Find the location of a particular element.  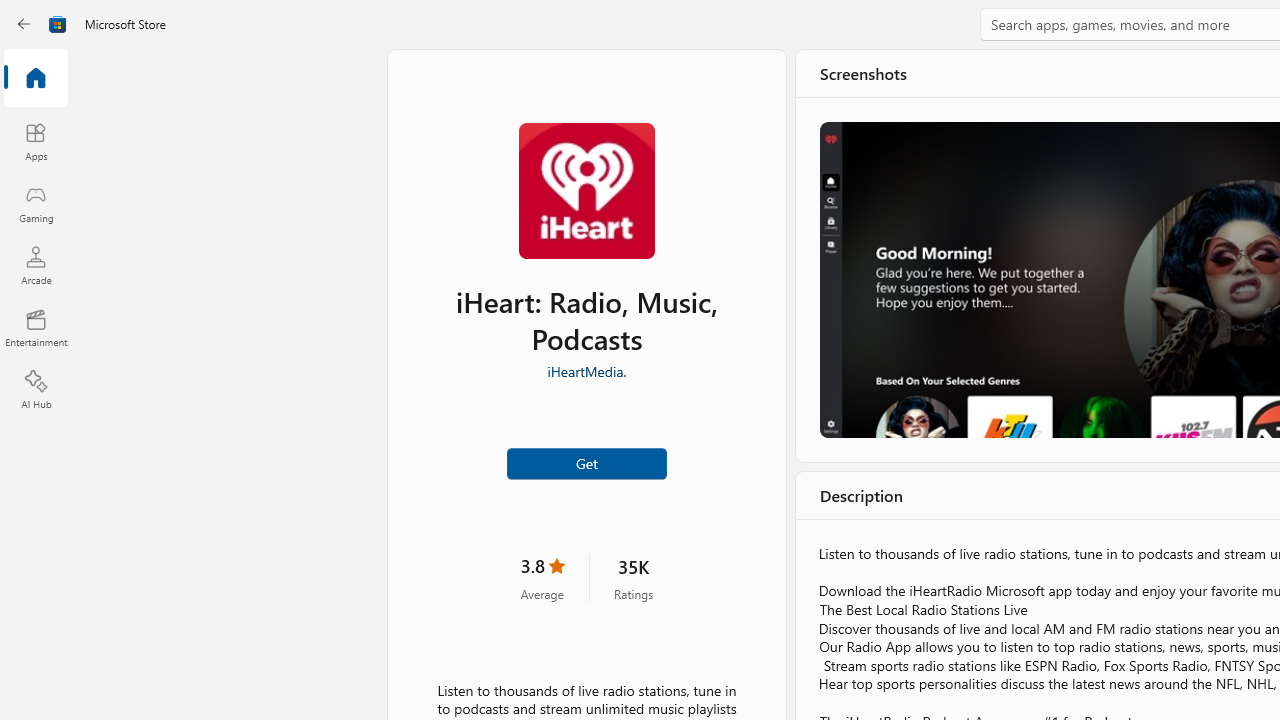

'3.8 stars. Click to skip to ratings and reviews' is located at coordinates (542, 577).